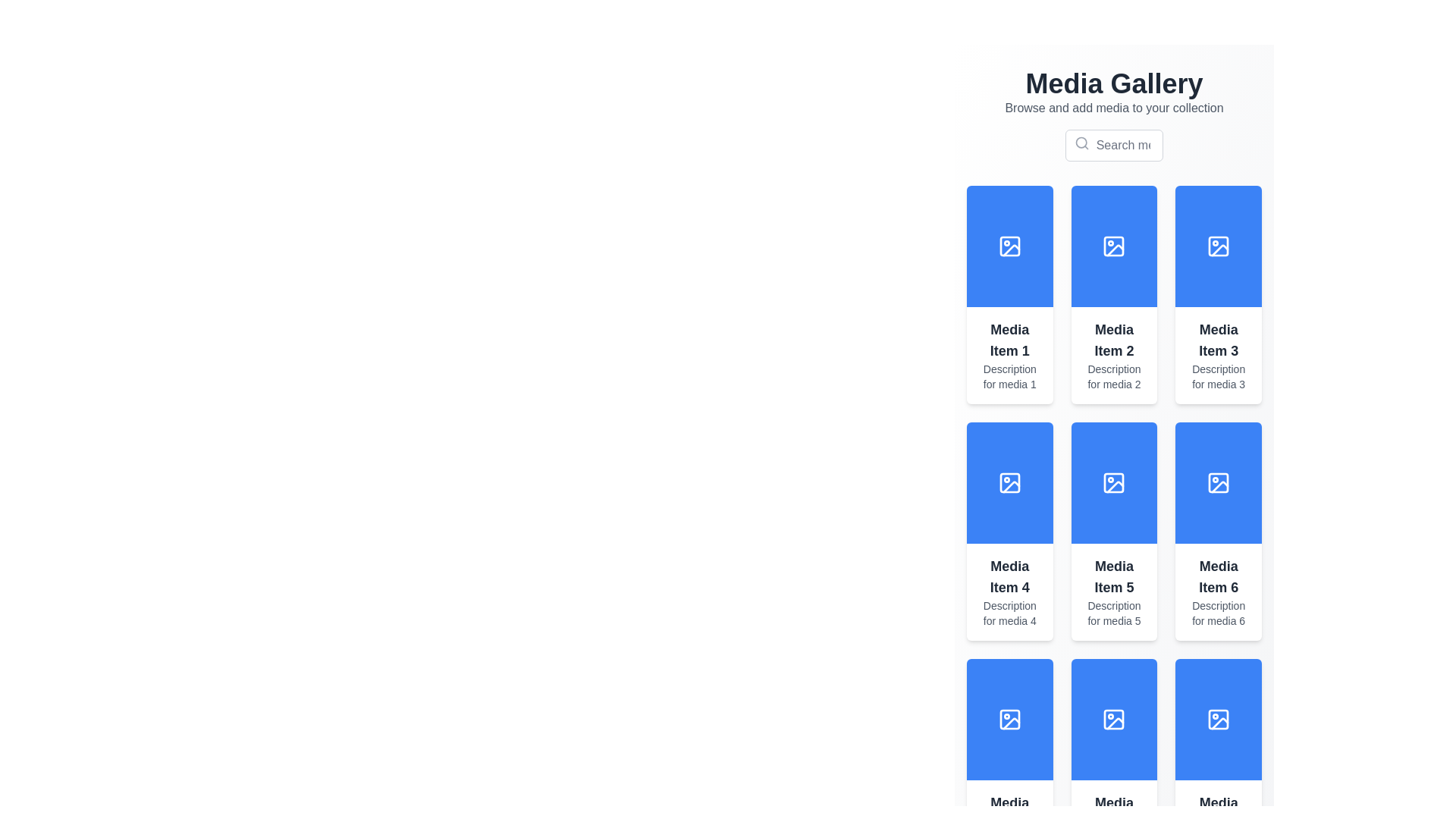 Image resolution: width=1456 pixels, height=819 pixels. What do you see at coordinates (1219, 591) in the screenshot?
I see `the Informational card displaying a media item located` at bounding box center [1219, 591].